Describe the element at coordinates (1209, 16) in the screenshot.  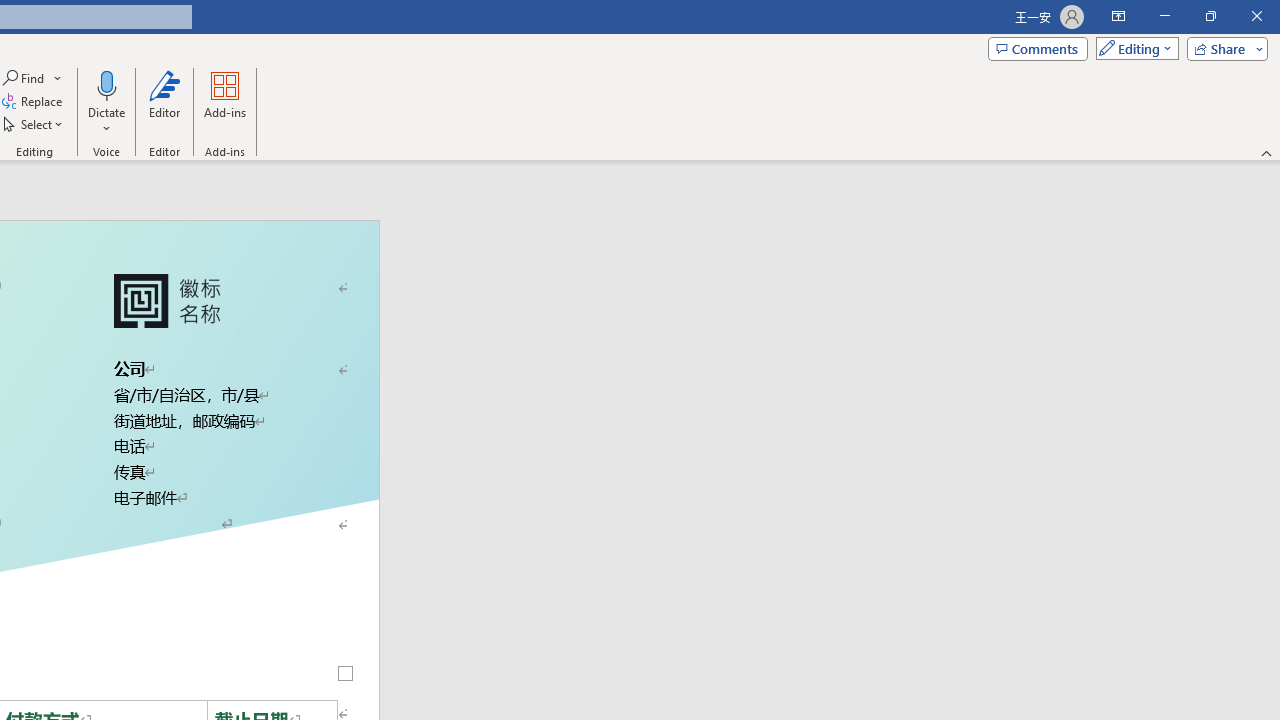
I see `'Restore Down'` at that location.